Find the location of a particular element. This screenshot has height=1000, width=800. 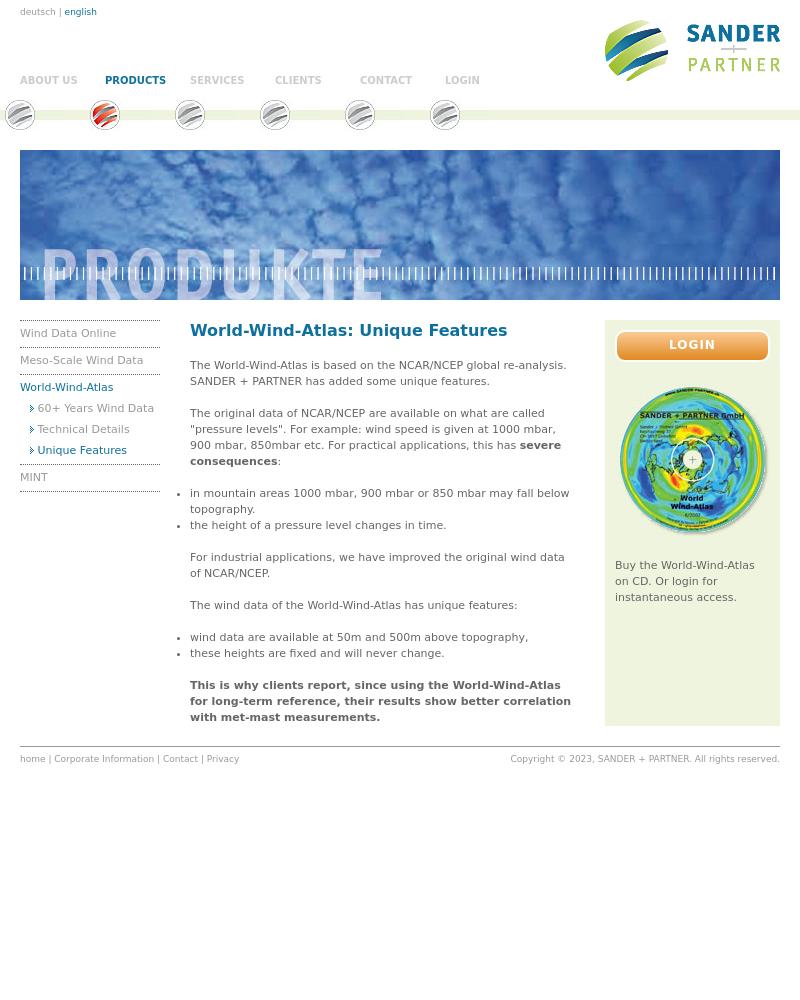

'60+ Years Wind Data' is located at coordinates (95, 408).